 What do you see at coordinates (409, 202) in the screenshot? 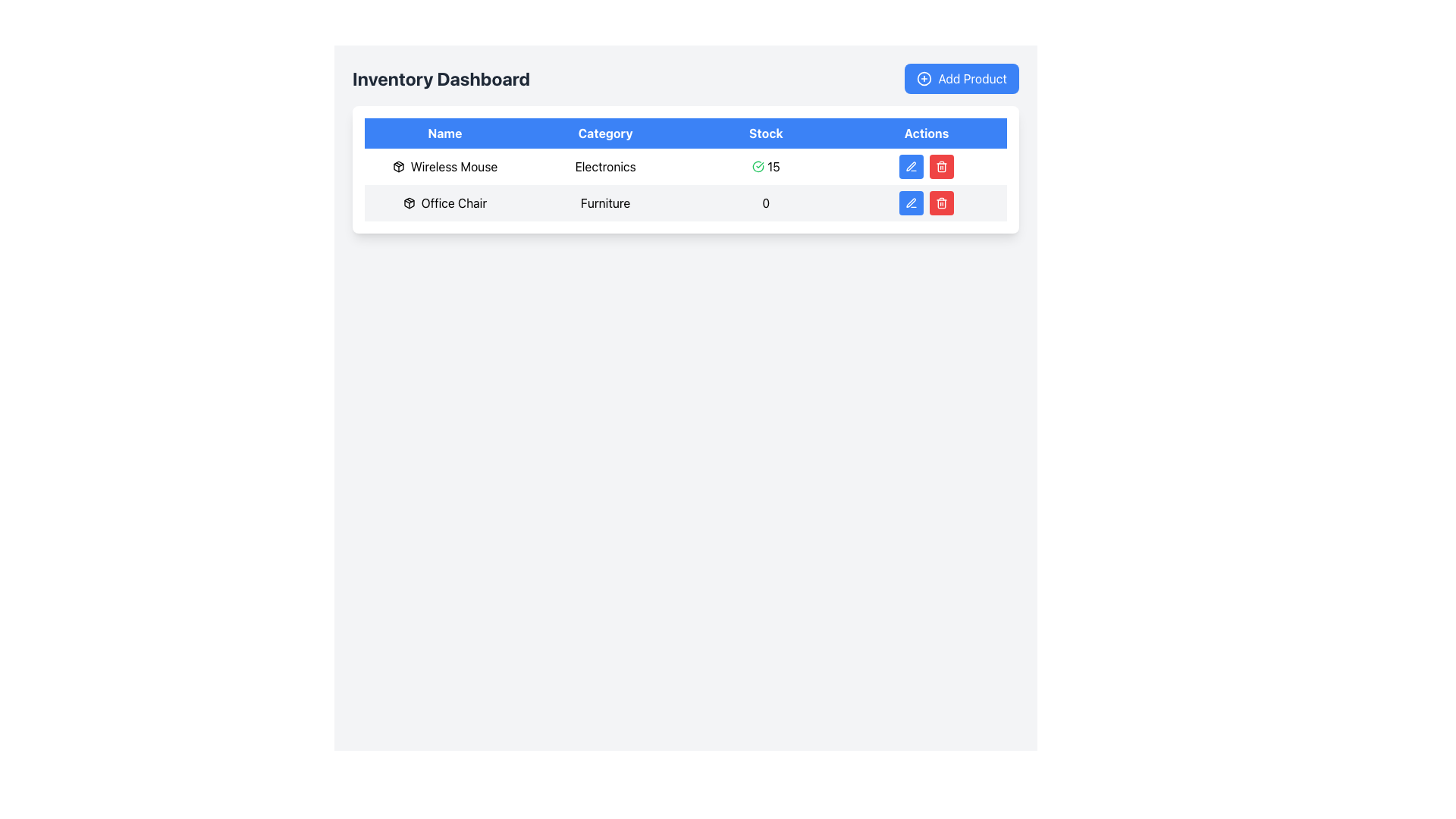
I see `the icon representing the 'Office Chair' entry located in the second row of the 'Inventory Dashboard', to the left of the 'Office Chair' text` at bounding box center [409, 202].